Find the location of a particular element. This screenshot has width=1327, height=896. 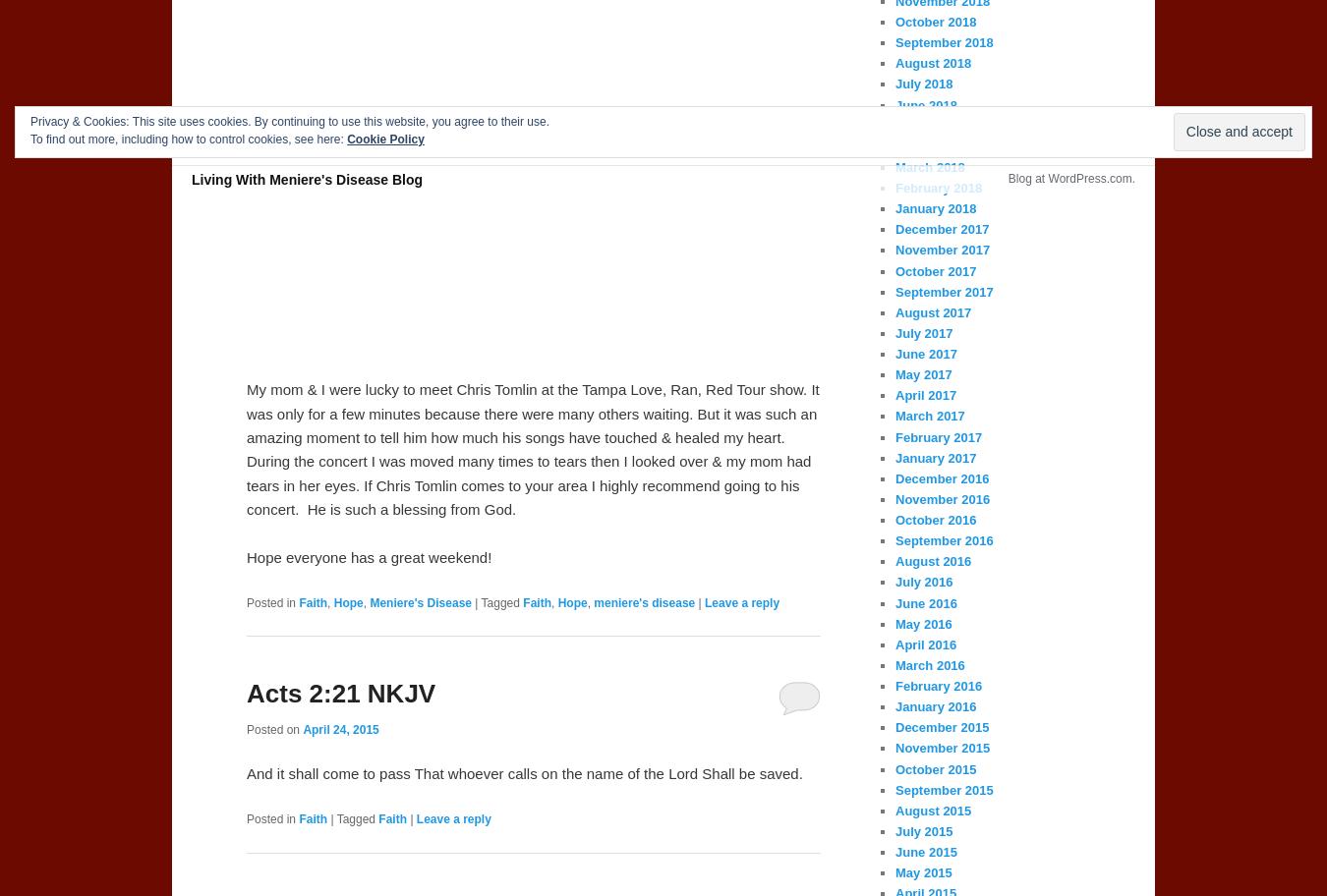

'April 2018' is located at coordinates (894, 144).